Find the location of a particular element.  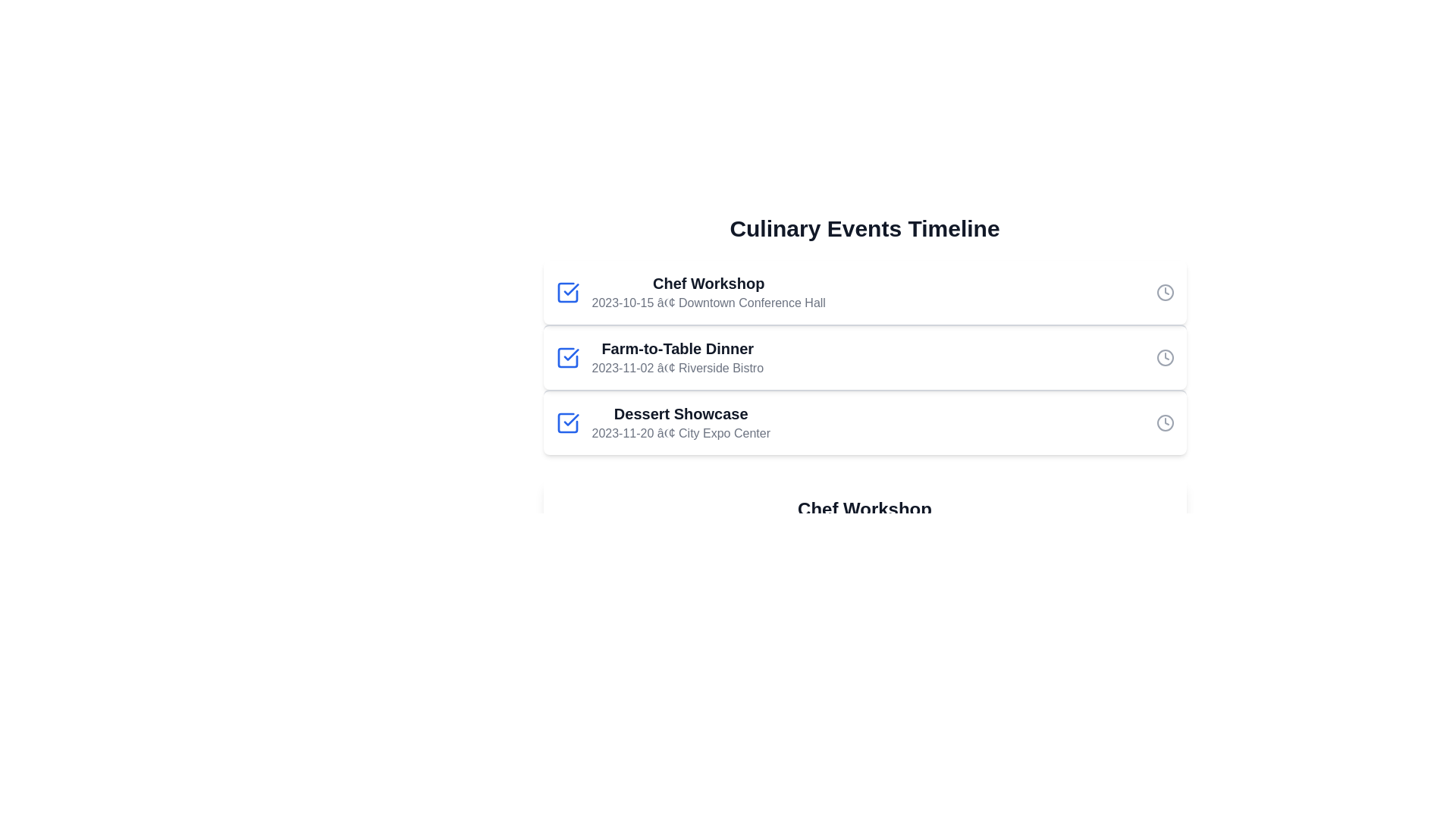

the 'Farm-to-Table Dinner' text block to see more details, which is the second event in the 'Culinary Events Timeline' positioned between 'Chef Workshop' and 'Dessert Showcase' is located at coordinates (676, 357).